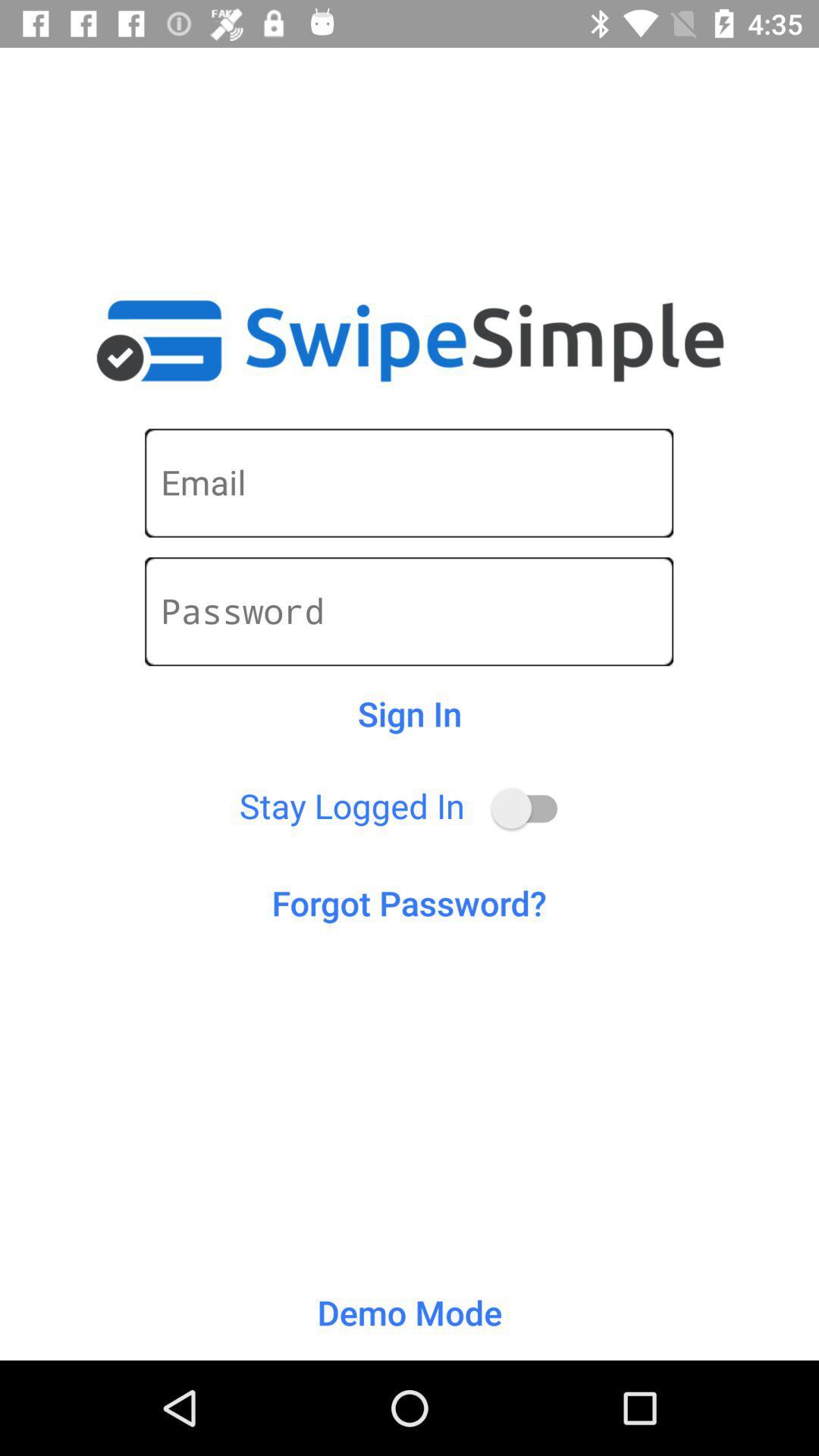 The height and width of the screenshot is (1456, 819). Describe the element at coordinates (409, 713) in the screenshot. I see `sign in` at that location.